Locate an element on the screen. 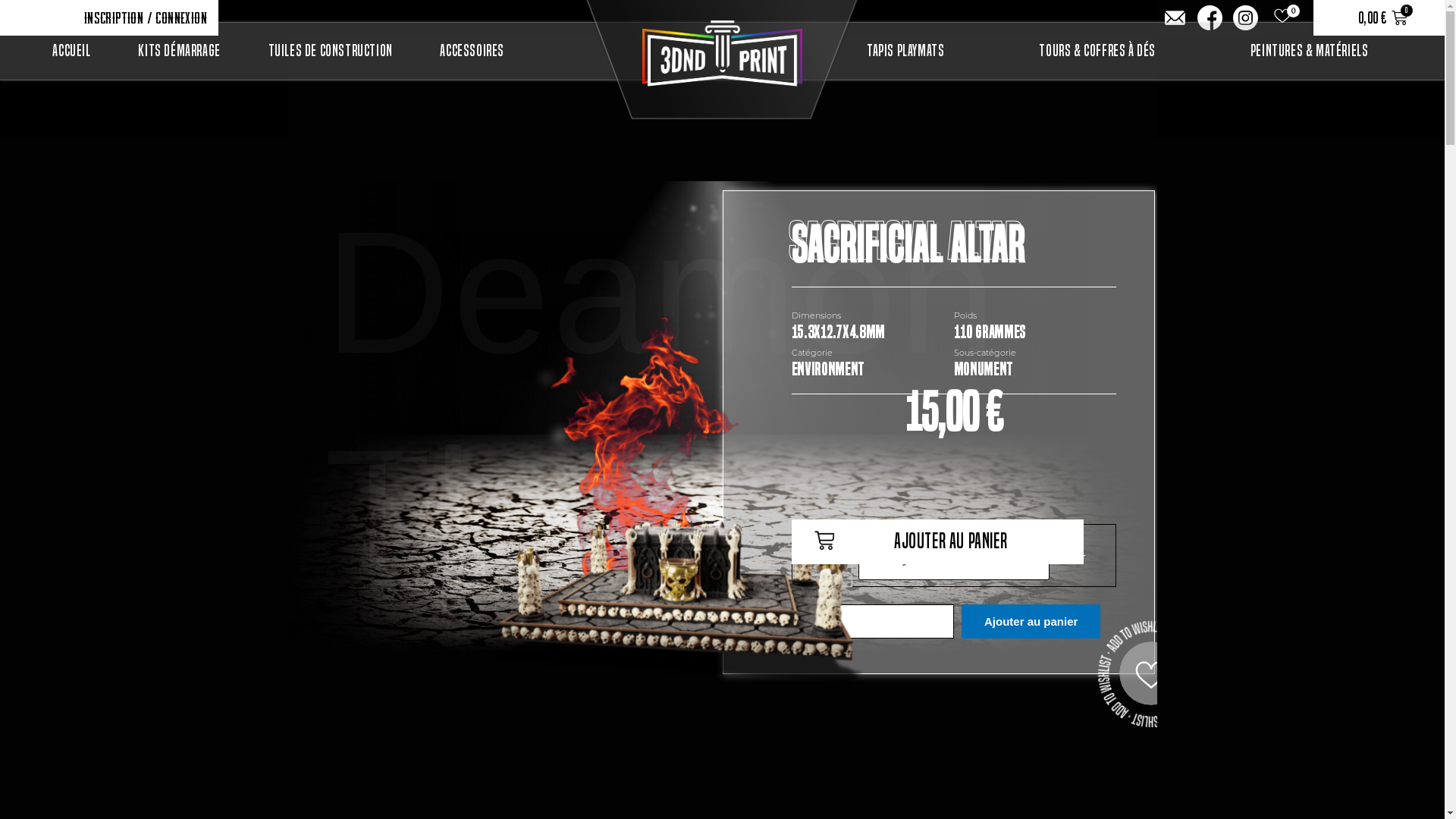 The width and height of the screenshot is (1456, 819). 'Accessoires' is located at coordinates (471, 49).